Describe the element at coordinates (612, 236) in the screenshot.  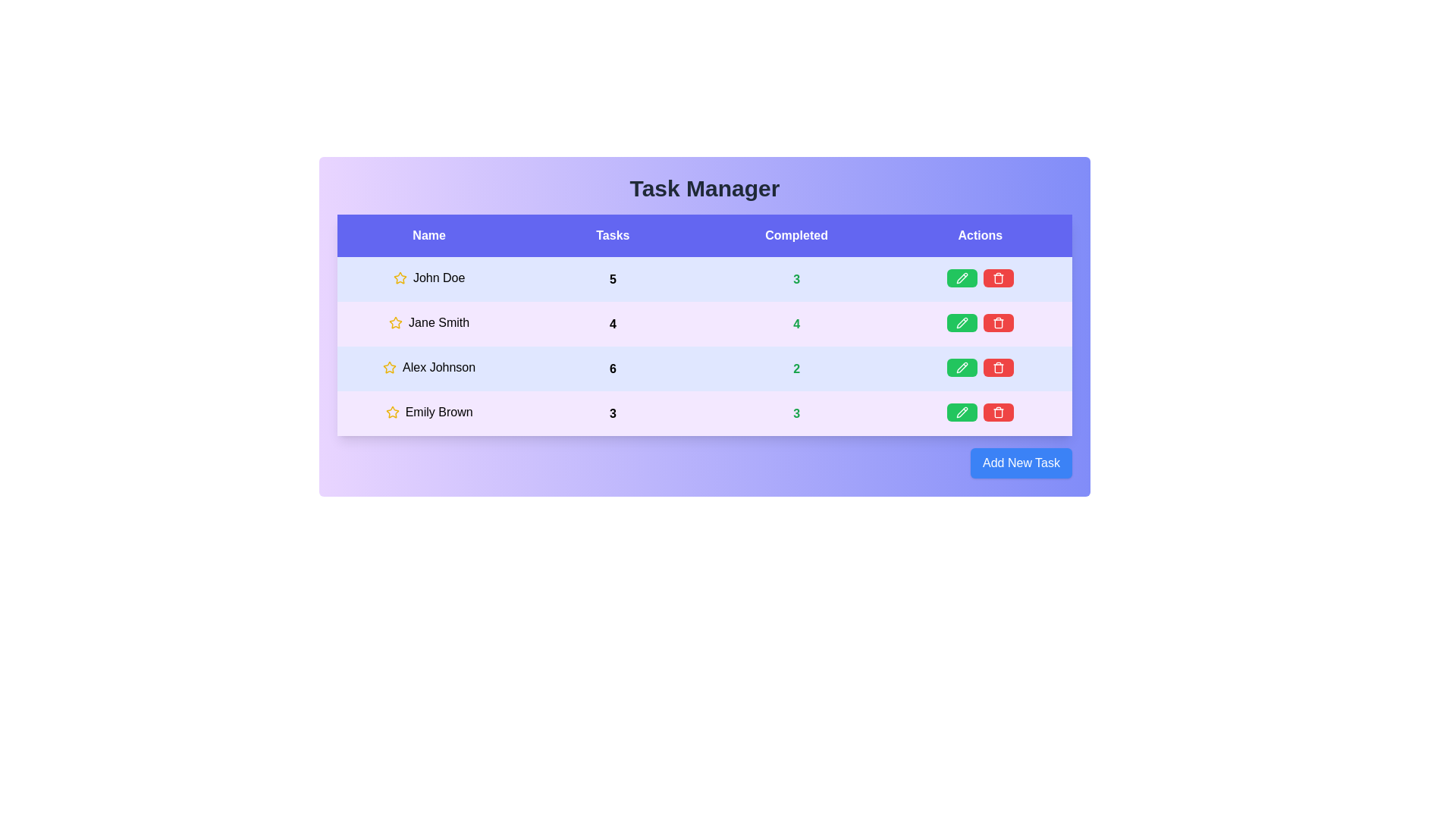
I see `the column header labeled Tasks to sort the table by that column` at that location.